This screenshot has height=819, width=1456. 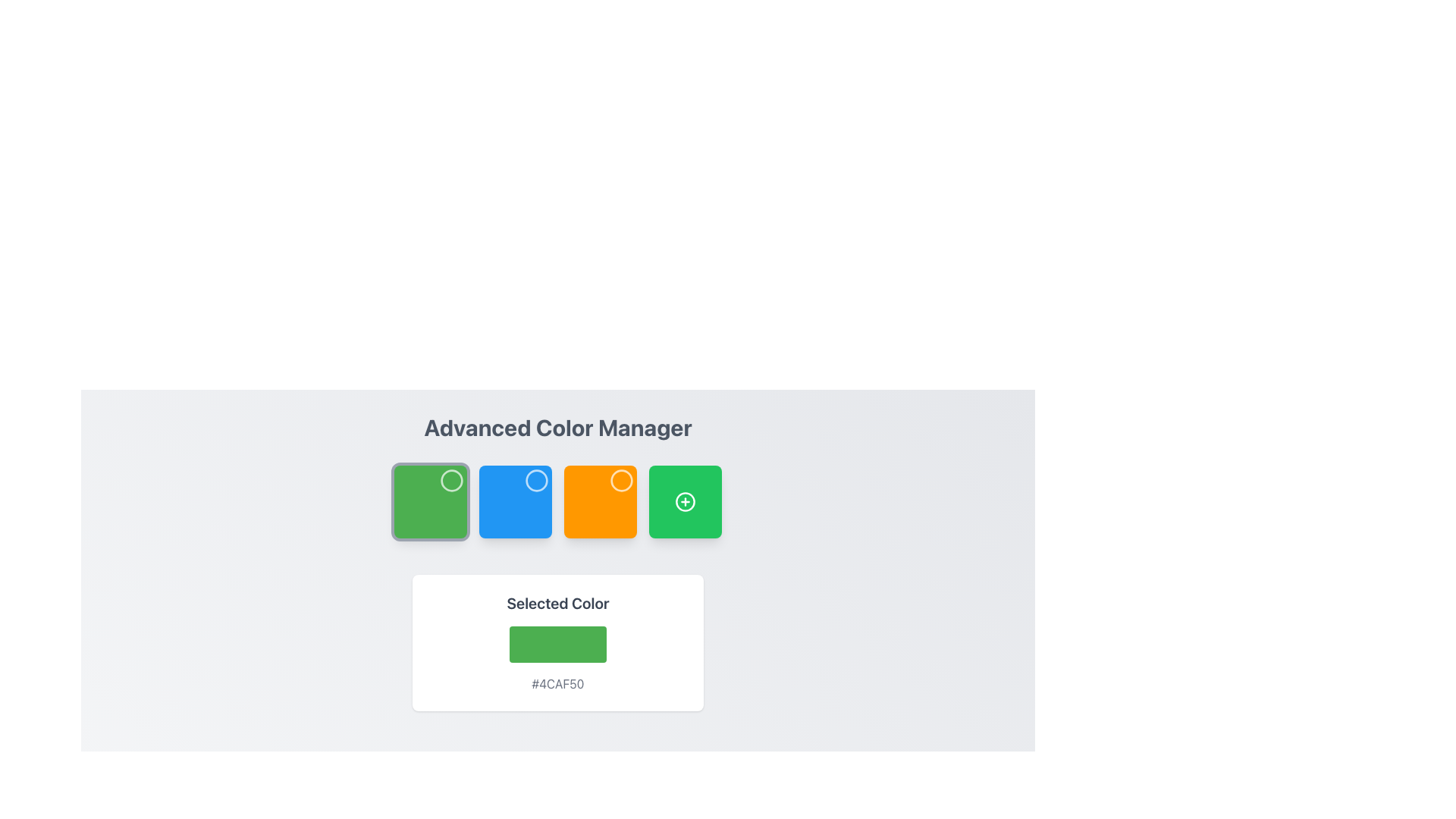 What do you see at coordinates (684, 502) in the screenshot?
I see `the square-shaped button with a green background and white text, which is the fourth item in a grid layout` at bounding box center [684, 502].